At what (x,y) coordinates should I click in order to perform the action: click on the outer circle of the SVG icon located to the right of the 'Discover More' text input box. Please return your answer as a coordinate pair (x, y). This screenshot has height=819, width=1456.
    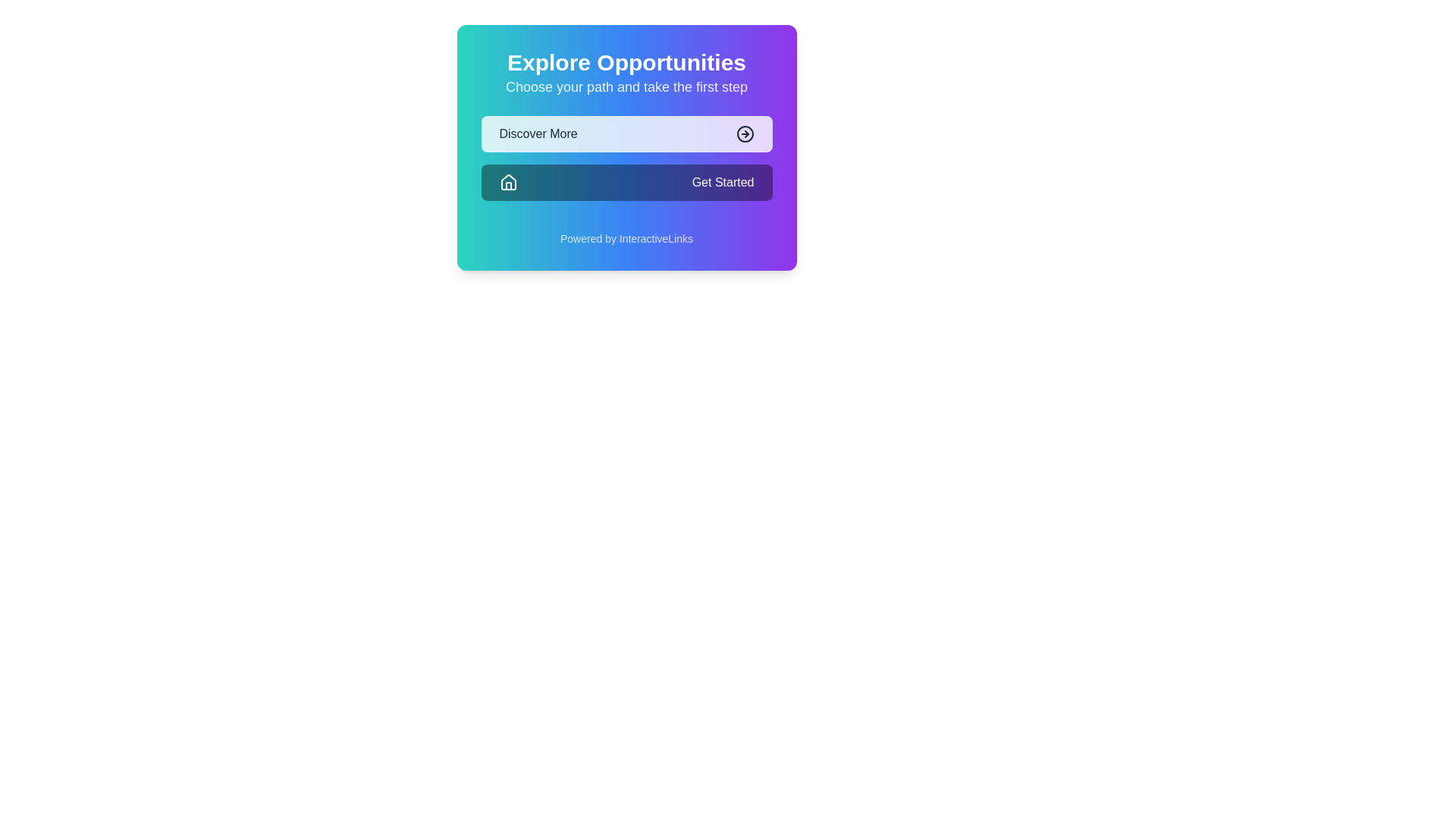
    Looking at the image, I should click on (745, 133).